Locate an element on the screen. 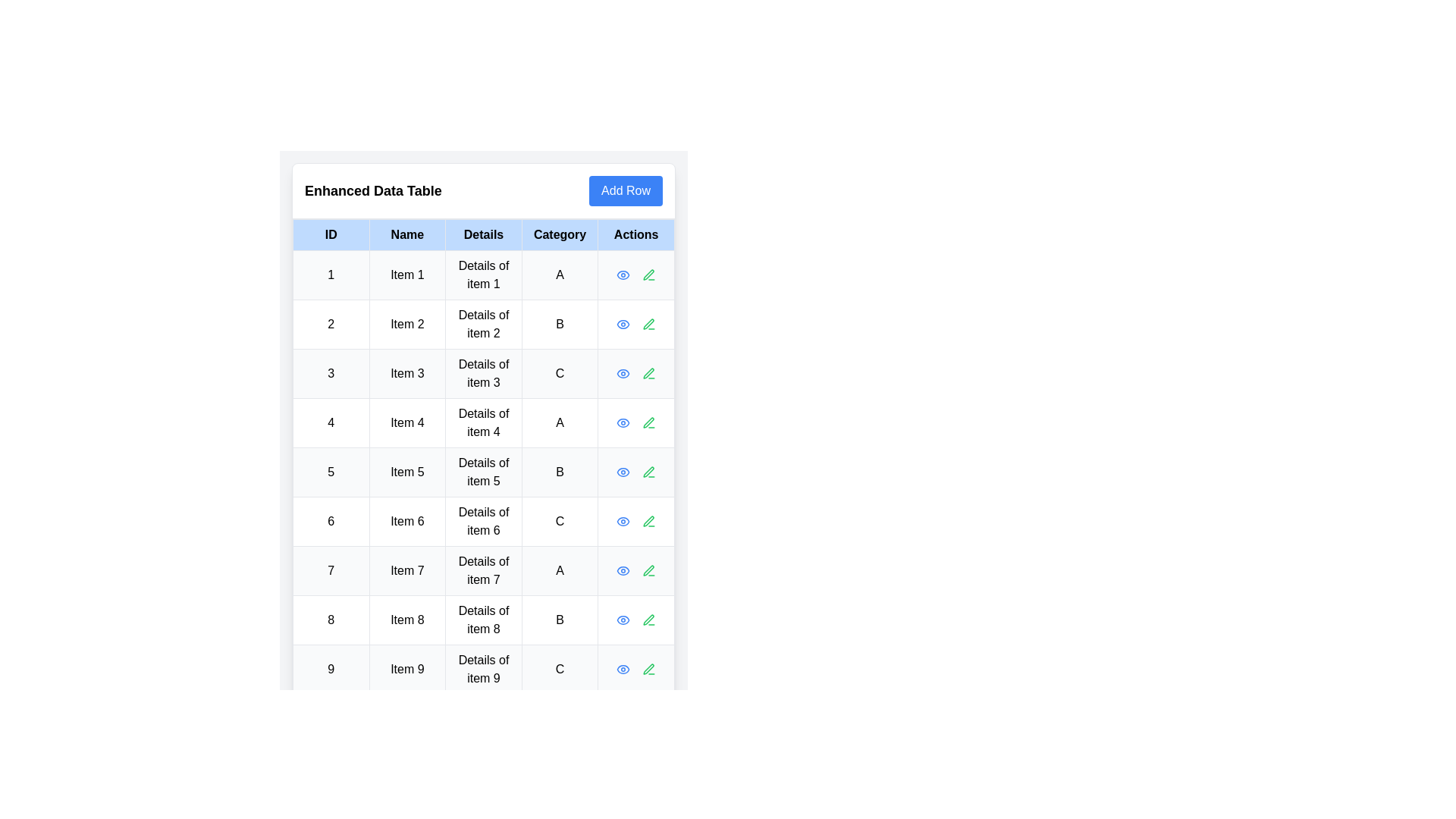 The height and width of the screenshot is (819, 1456). the 'Category' table header, which is the fourth header in a row of five, featuring bold, dark text on a light blue background is located at coordinates (559, 234).